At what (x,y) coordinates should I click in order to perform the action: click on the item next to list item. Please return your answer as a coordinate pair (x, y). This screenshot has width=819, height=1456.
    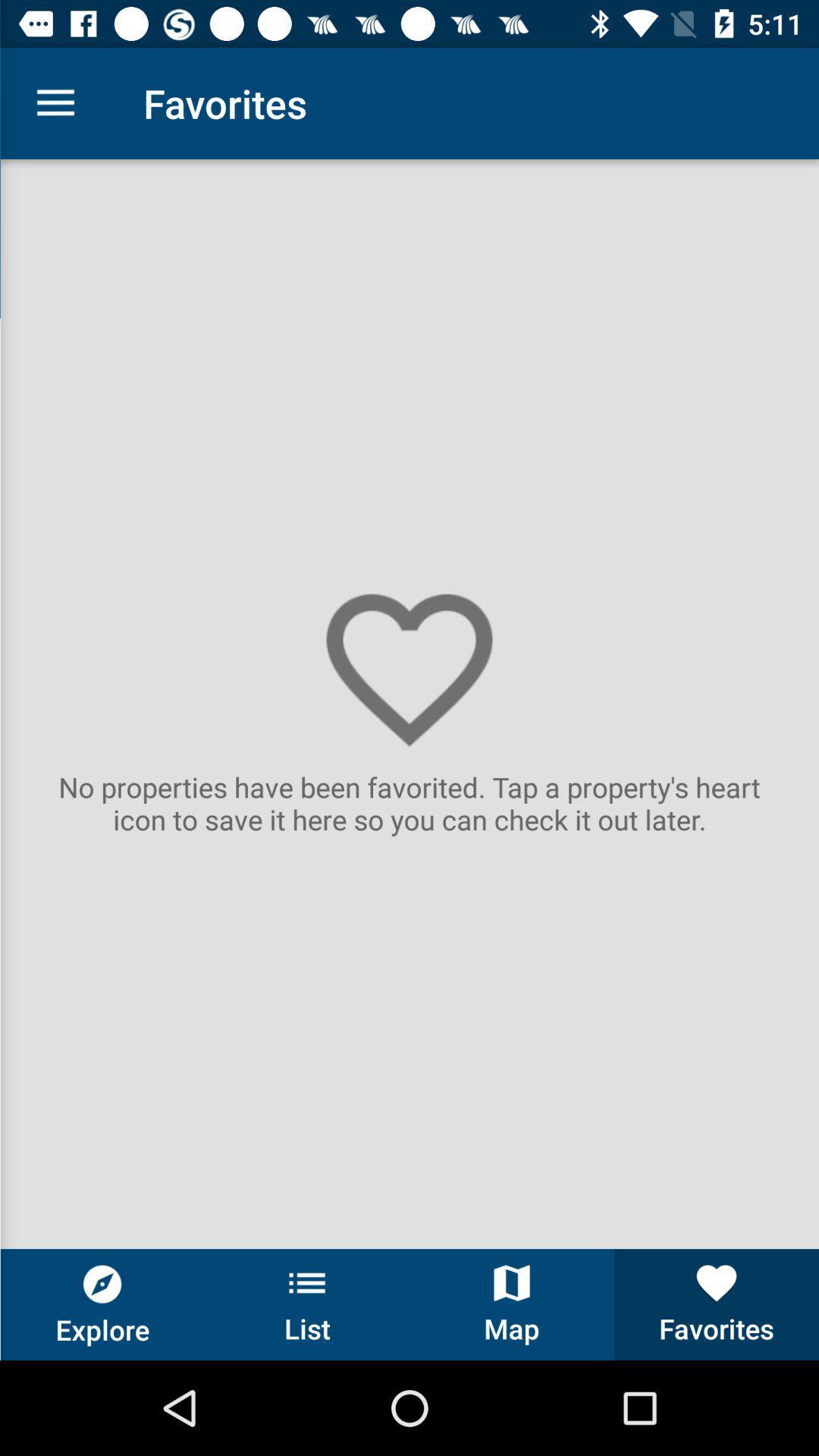
    Looking at the image, I should click on (512, 1304).